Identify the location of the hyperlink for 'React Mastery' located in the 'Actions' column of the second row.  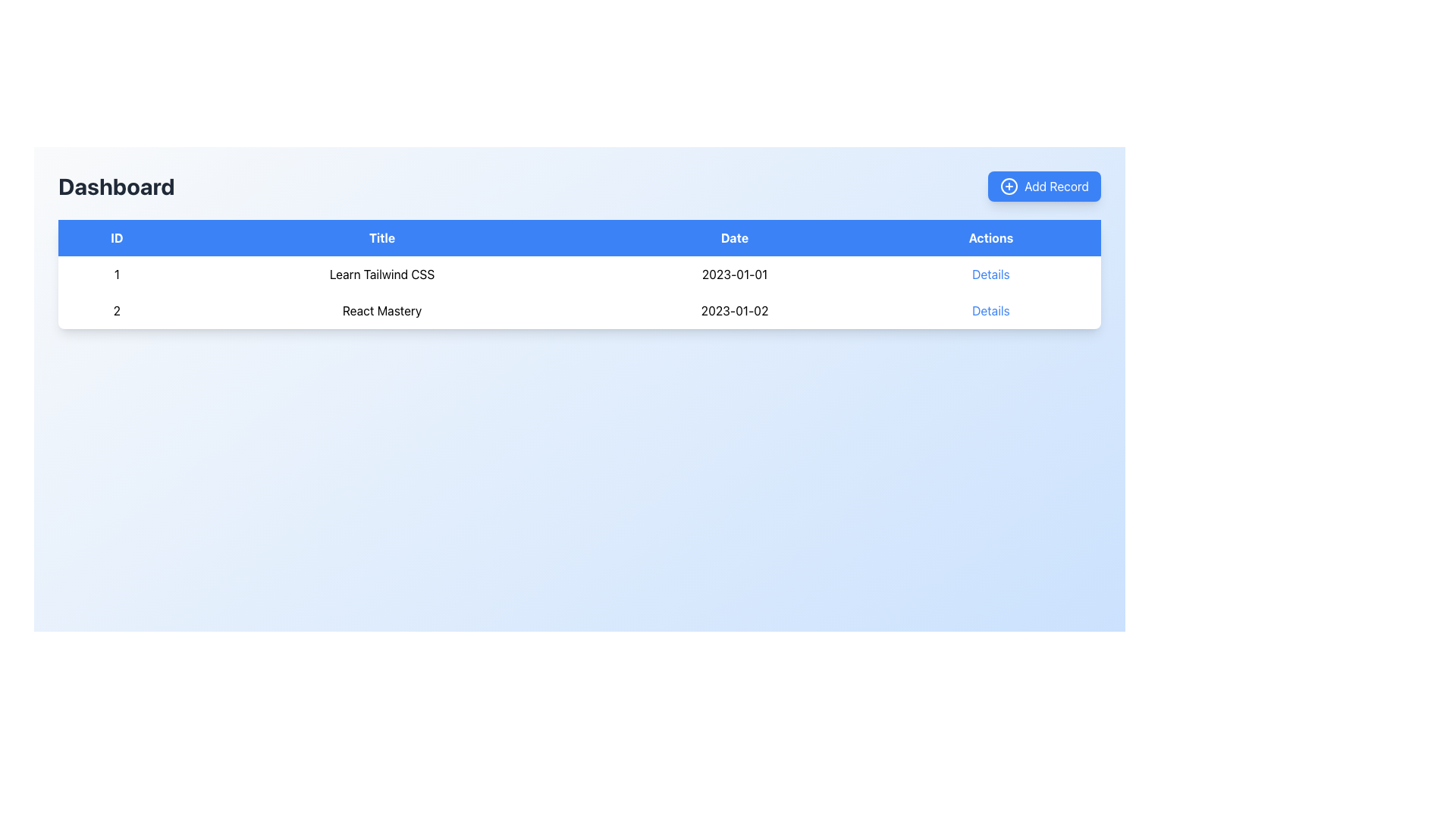
(990, 309).